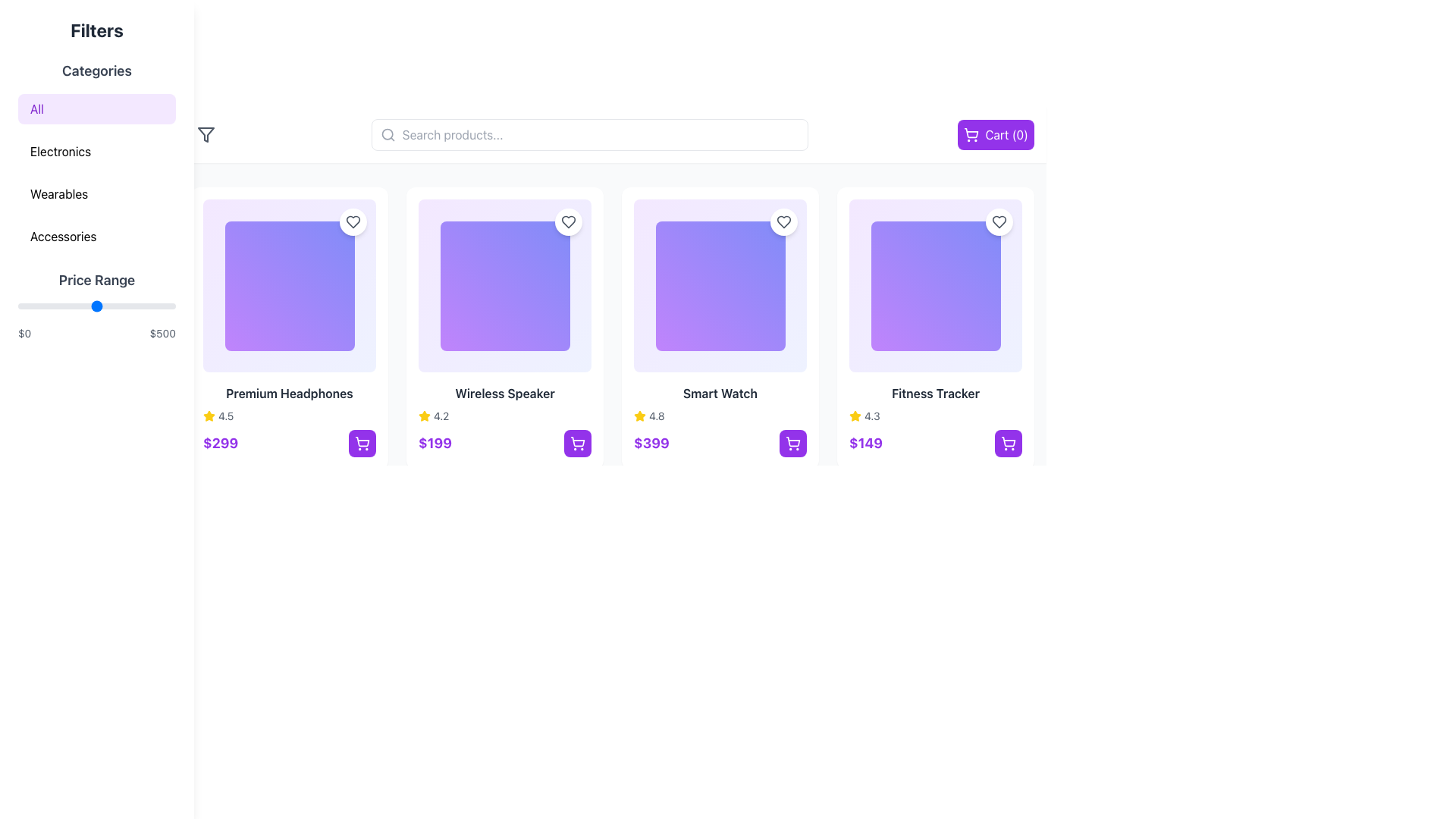 Image resolution: width=1456 pixels, height=819 pixels. What do you see at coordinates (19, 306) in the screenshot?
I see `the price range slider` at bounding box center [19, 306].